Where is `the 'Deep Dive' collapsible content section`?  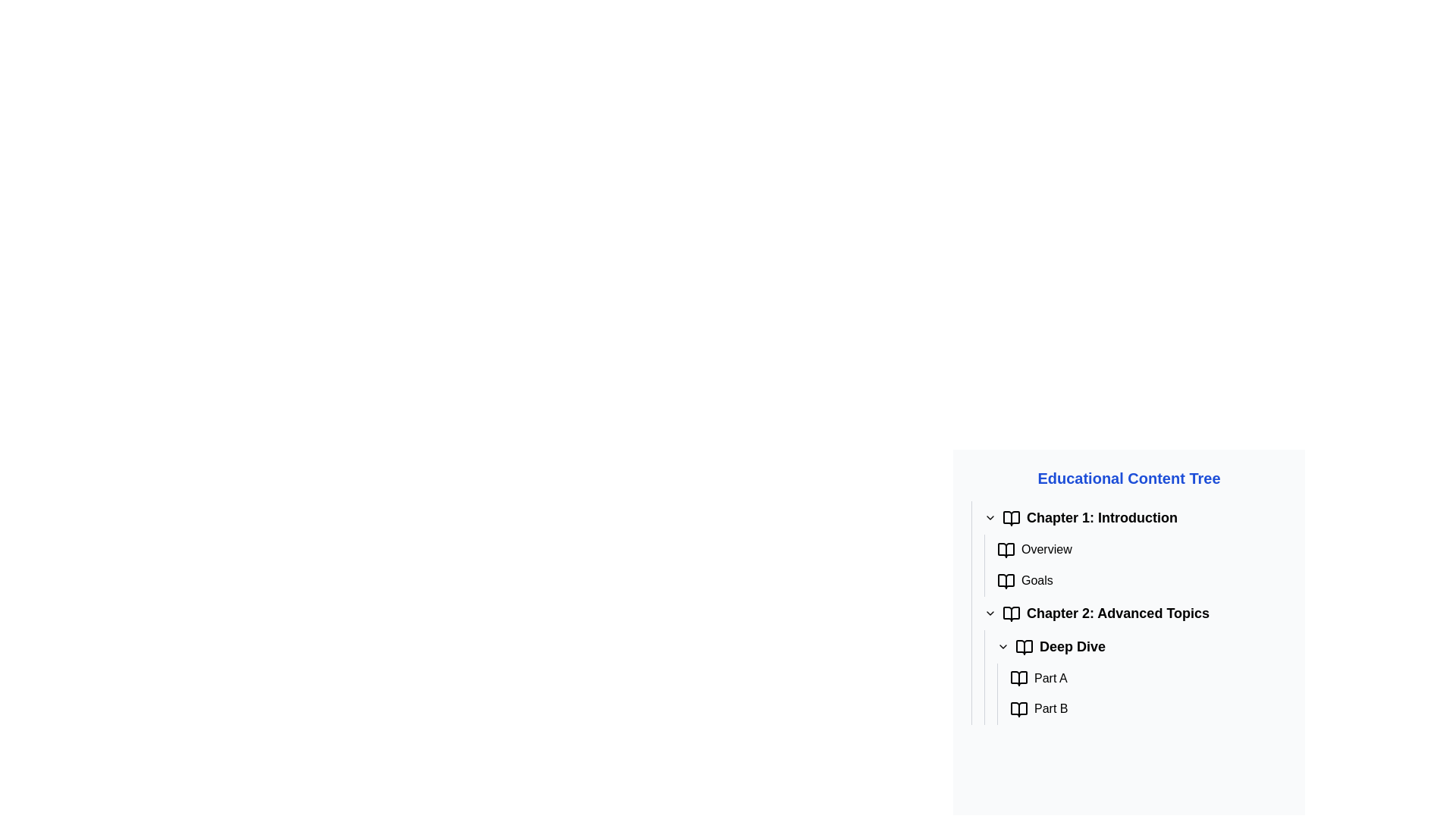 the 'Deep Dive' collapsible content section is located at coordinates (1135, 676).